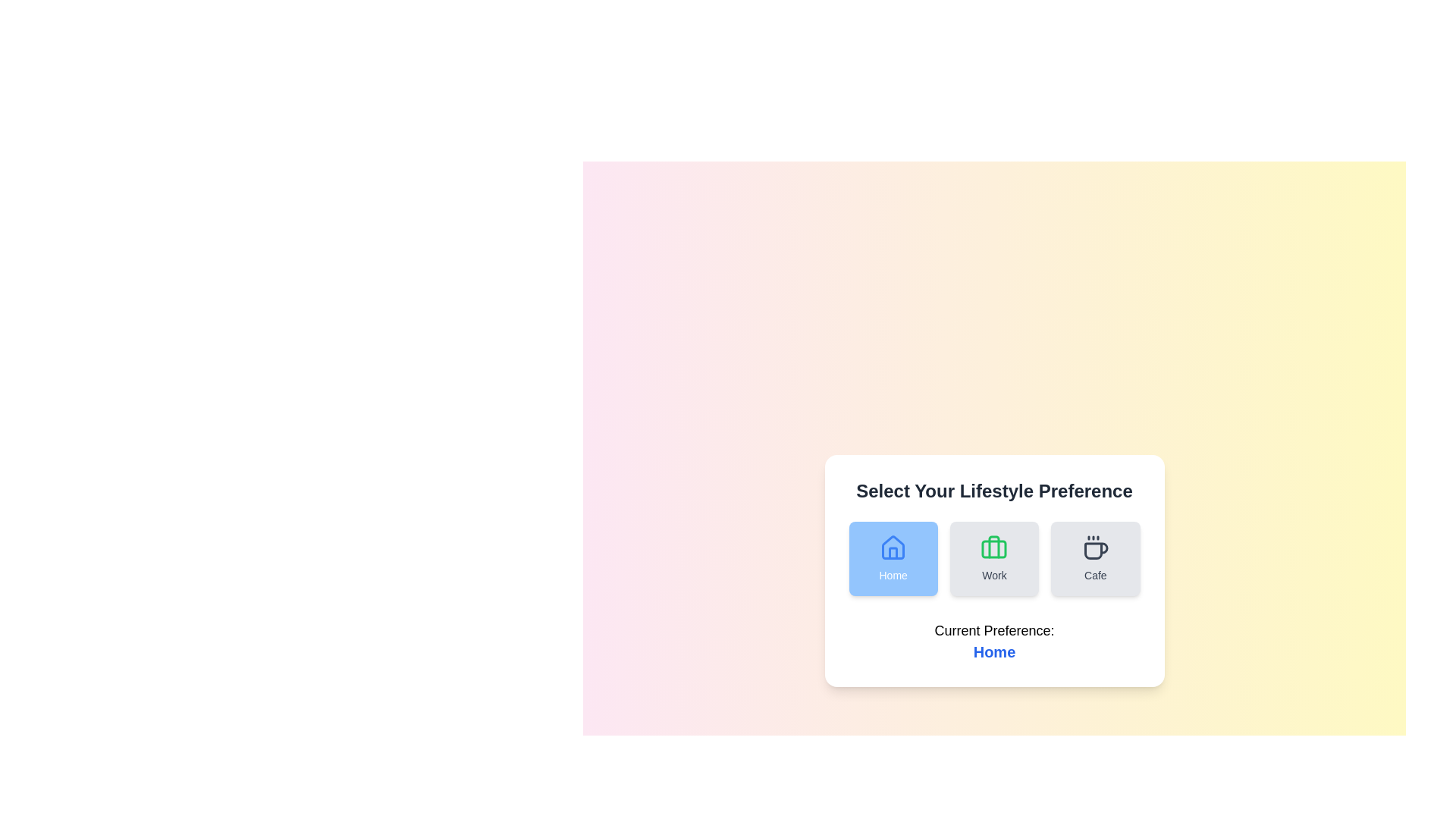  I want to click on the static text header that serves as a label above the options 'Home', 'Work', and 'Cafe', guiding users in their selection, so click(994, 491).